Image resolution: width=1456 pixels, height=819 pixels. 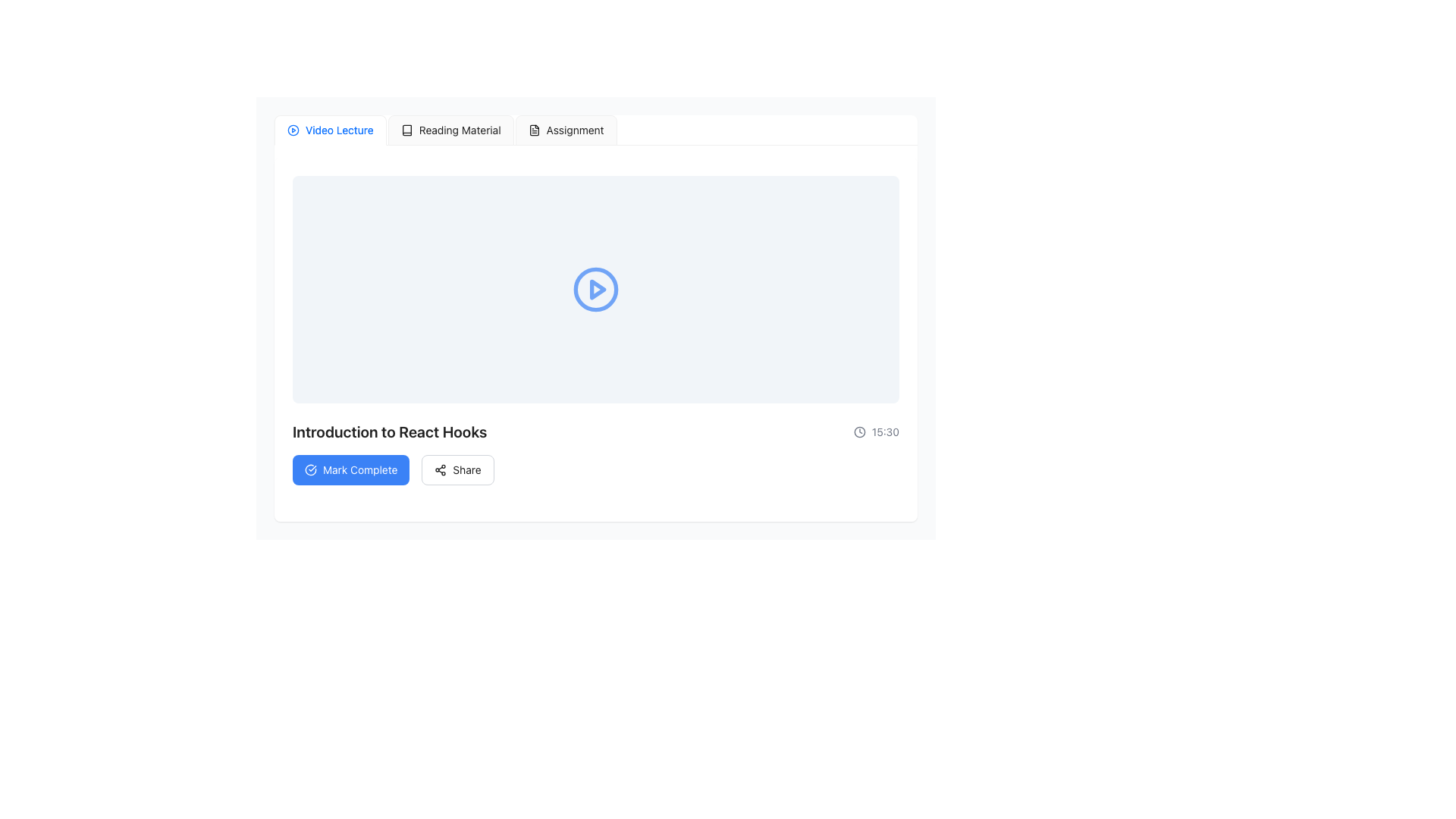 What do you see at coordinates (885, 432) in the screenshot?
I see `the Timestamp label displaying '15:30' in gray color at the bottom-right corner of the video lecture content` at bounding box center [885, 432].